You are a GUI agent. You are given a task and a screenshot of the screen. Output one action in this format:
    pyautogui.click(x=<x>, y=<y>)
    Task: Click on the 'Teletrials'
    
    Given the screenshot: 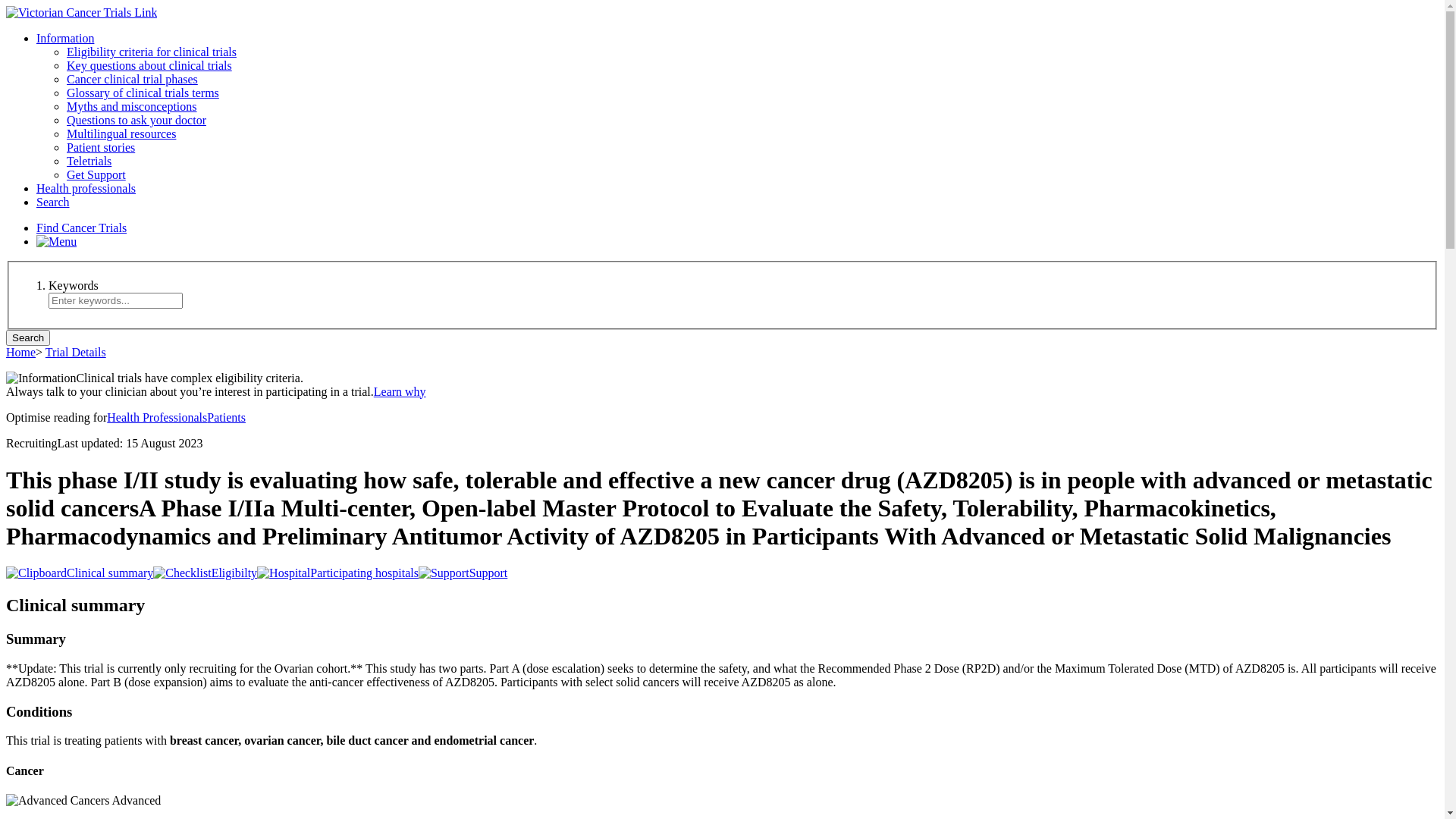 What is the action you would take?
    pyautogui.click(x=88, y=161)
    